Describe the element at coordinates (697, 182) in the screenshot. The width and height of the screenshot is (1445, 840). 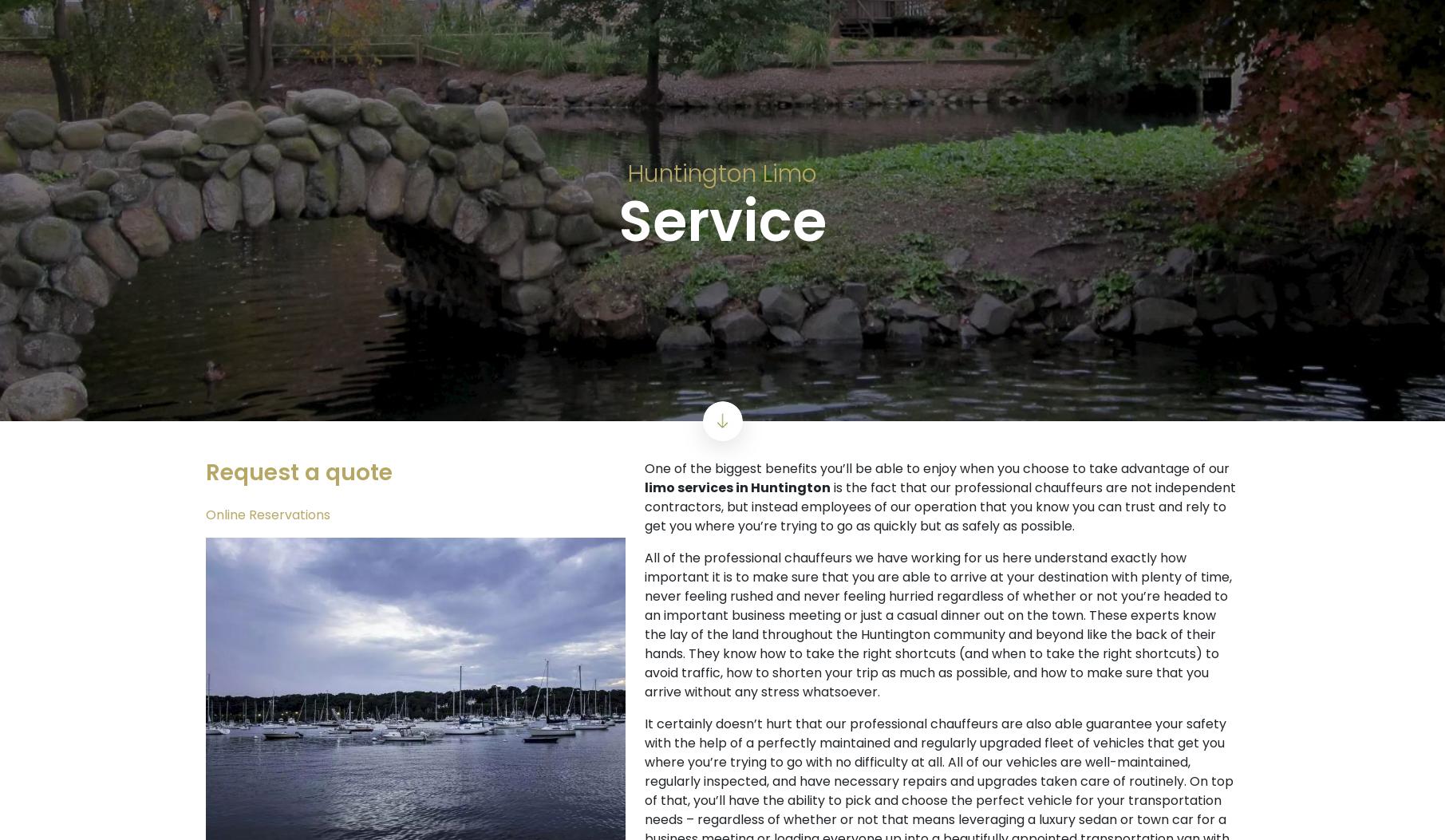
I see `'Book Now'` at that location.